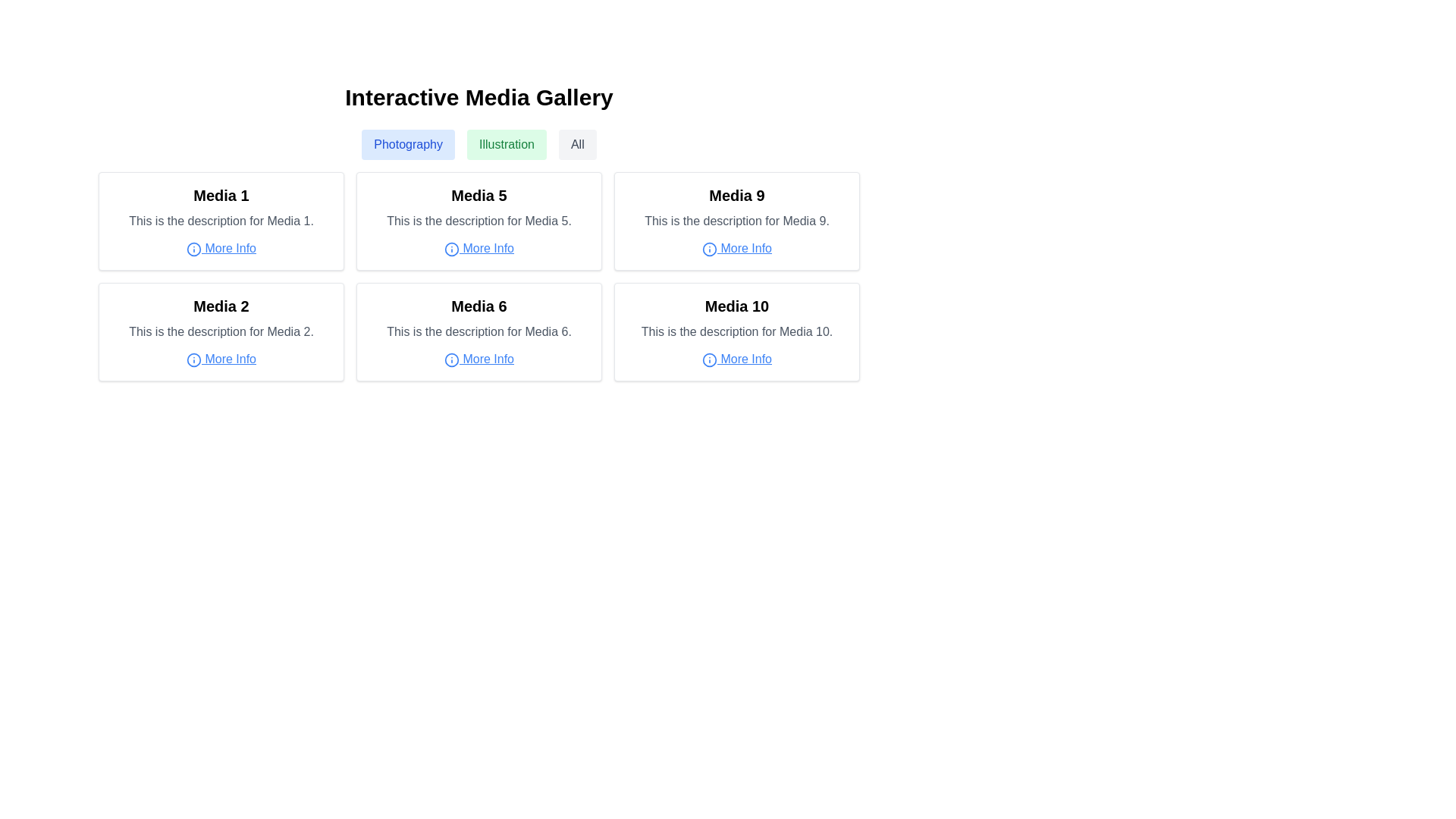  Describe the element at coordinates (709, 248) in the screenshot. I see `the SVG Circle that serves as a decorative border for the 'info' icon in the 'More Info' section below 'Media 9'` at that location.